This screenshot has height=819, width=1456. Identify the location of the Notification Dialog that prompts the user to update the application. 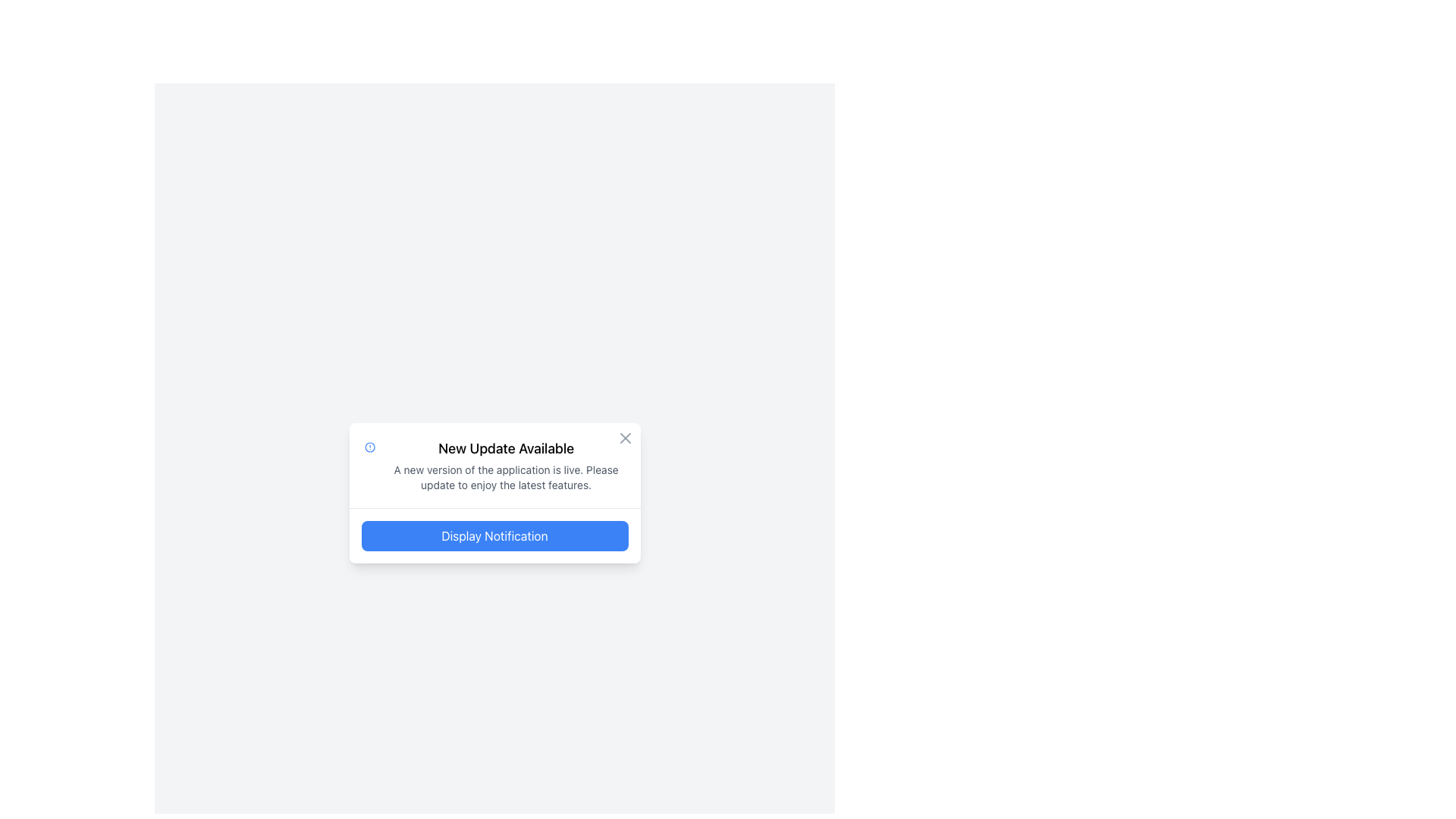
(494, 493).